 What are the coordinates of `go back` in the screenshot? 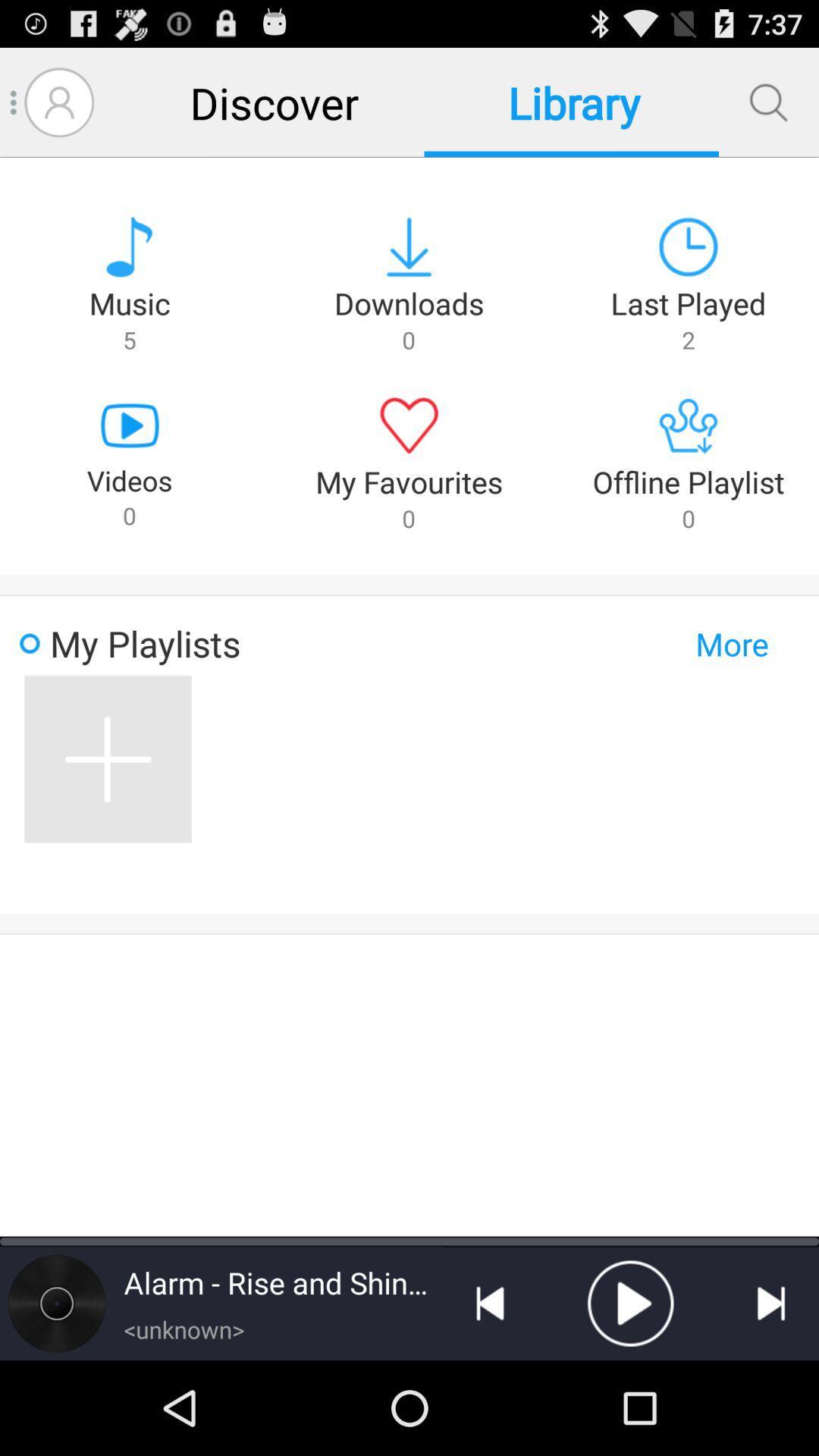 It's located at (490, 1302).